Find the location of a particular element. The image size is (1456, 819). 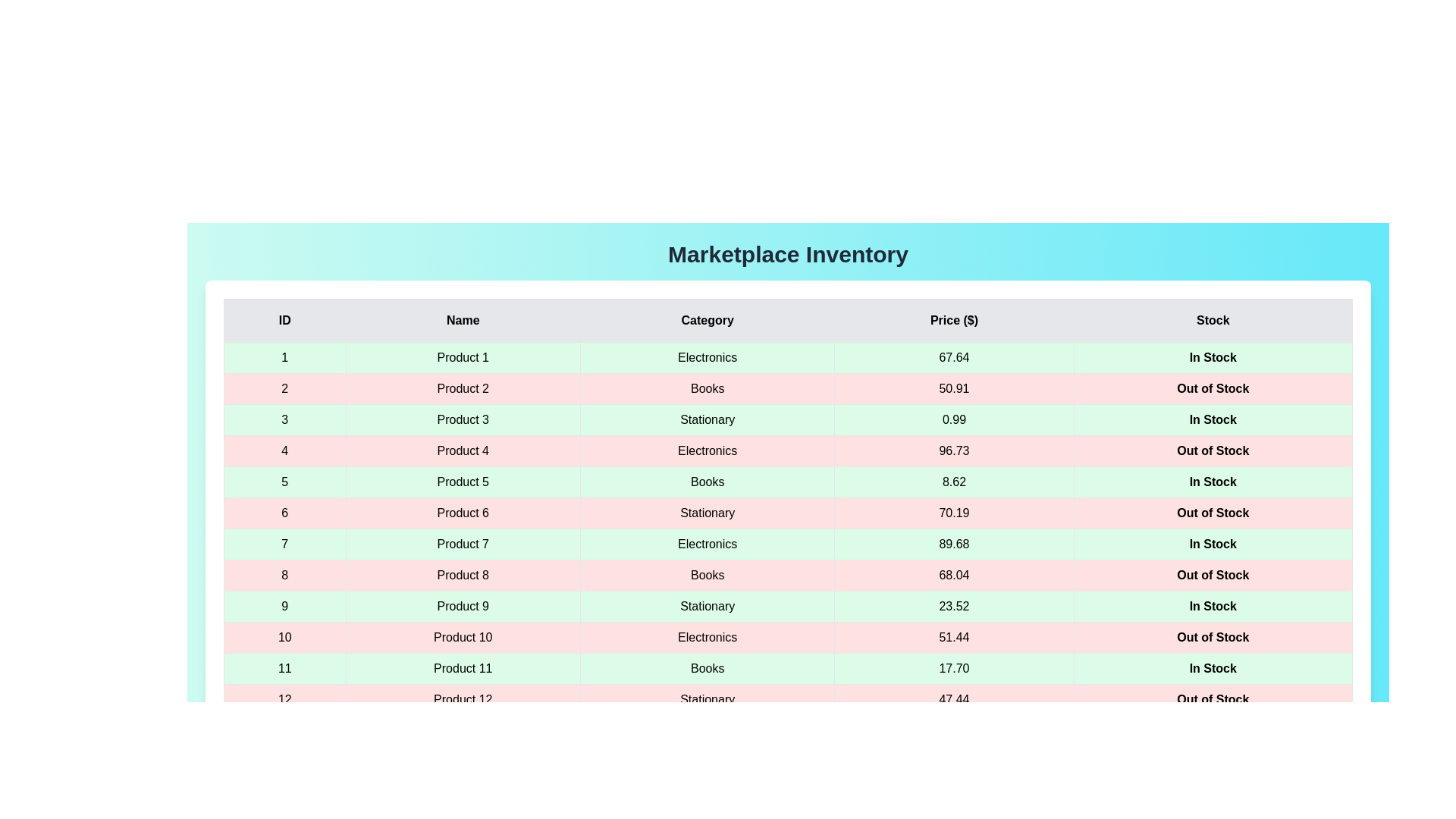

the cell containing the text 'Books' to select it is located at coordinates (706, 388).